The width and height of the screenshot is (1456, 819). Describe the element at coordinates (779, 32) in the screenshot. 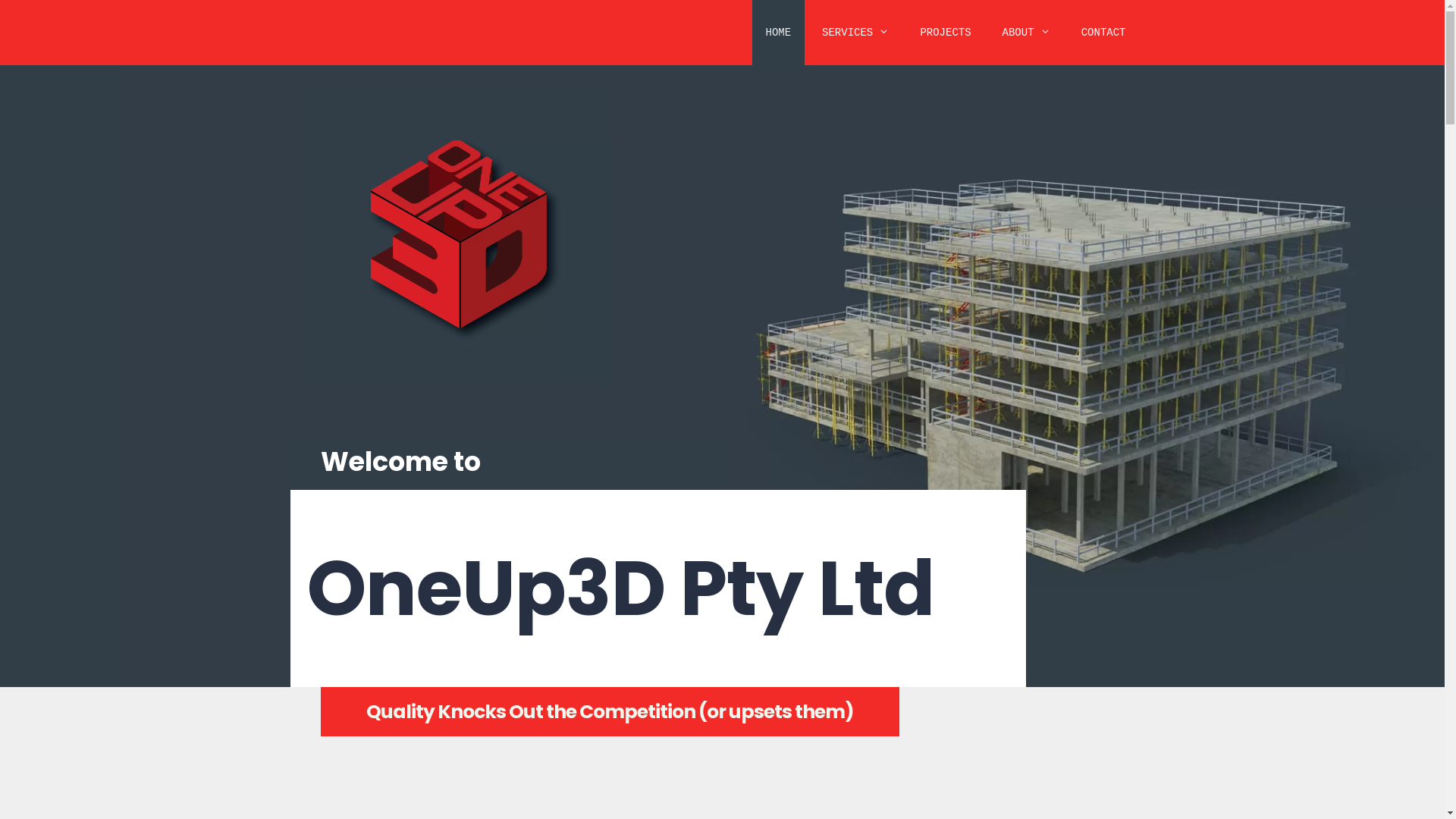

I see `'HOME'` at that location.